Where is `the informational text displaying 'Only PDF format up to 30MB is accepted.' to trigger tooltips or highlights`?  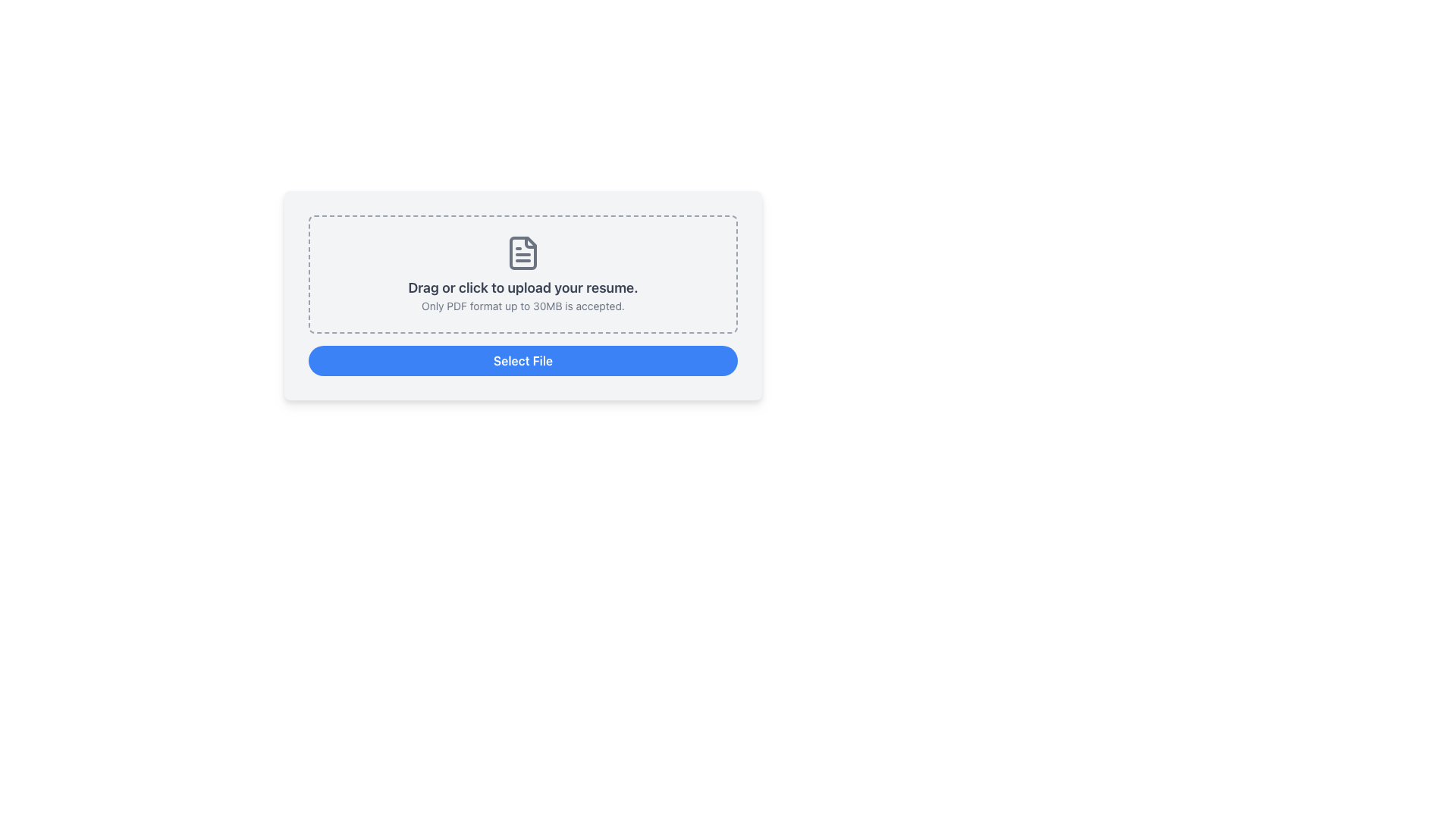 the informational text displaying 'Only PDF format up to 30MB is accepted.' to trigger tooltips or highlights is located at coordinates (523, 306).